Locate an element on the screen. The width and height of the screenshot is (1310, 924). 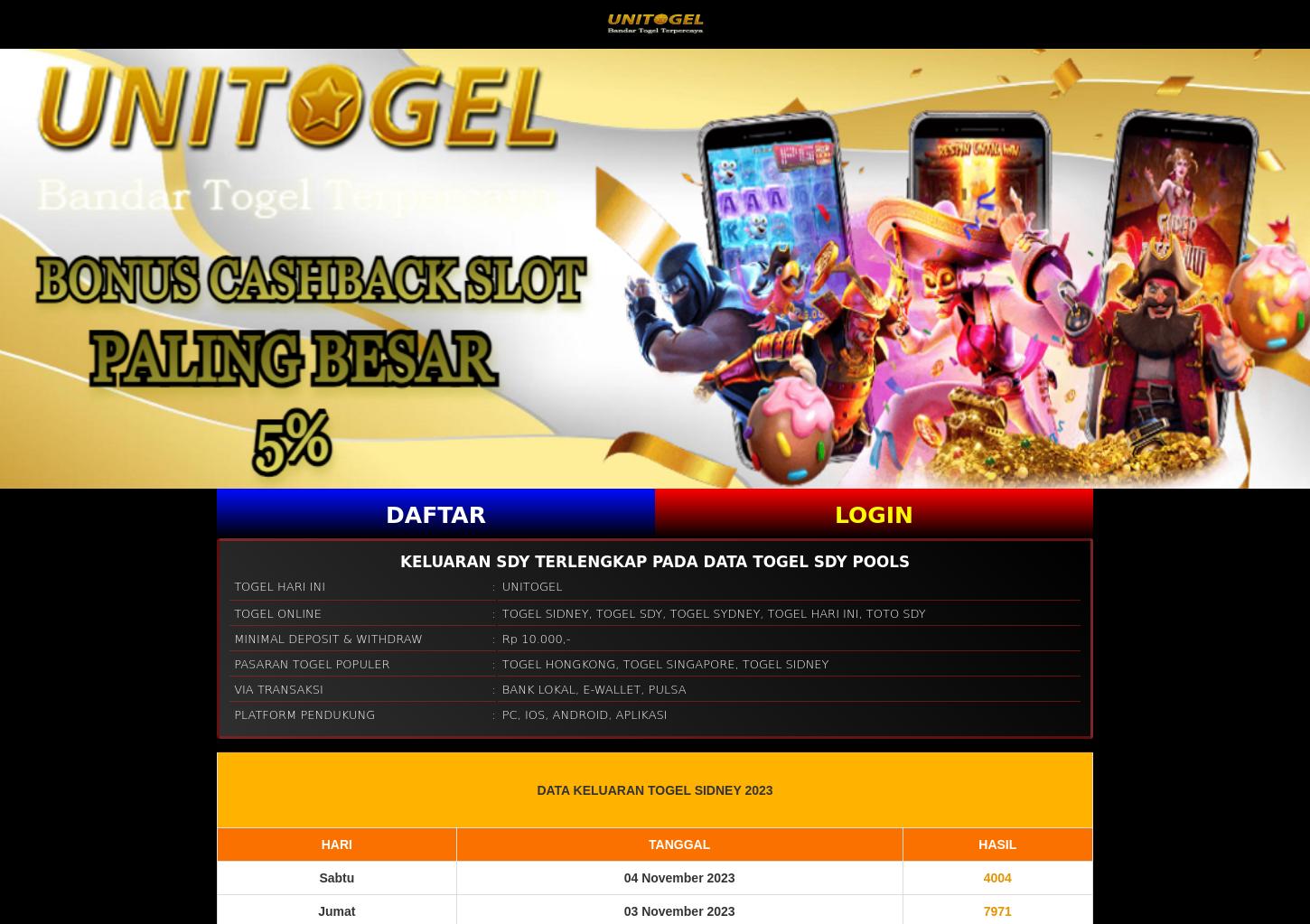
'TOGEL ONLINE' is located at coordinates (233, 611).